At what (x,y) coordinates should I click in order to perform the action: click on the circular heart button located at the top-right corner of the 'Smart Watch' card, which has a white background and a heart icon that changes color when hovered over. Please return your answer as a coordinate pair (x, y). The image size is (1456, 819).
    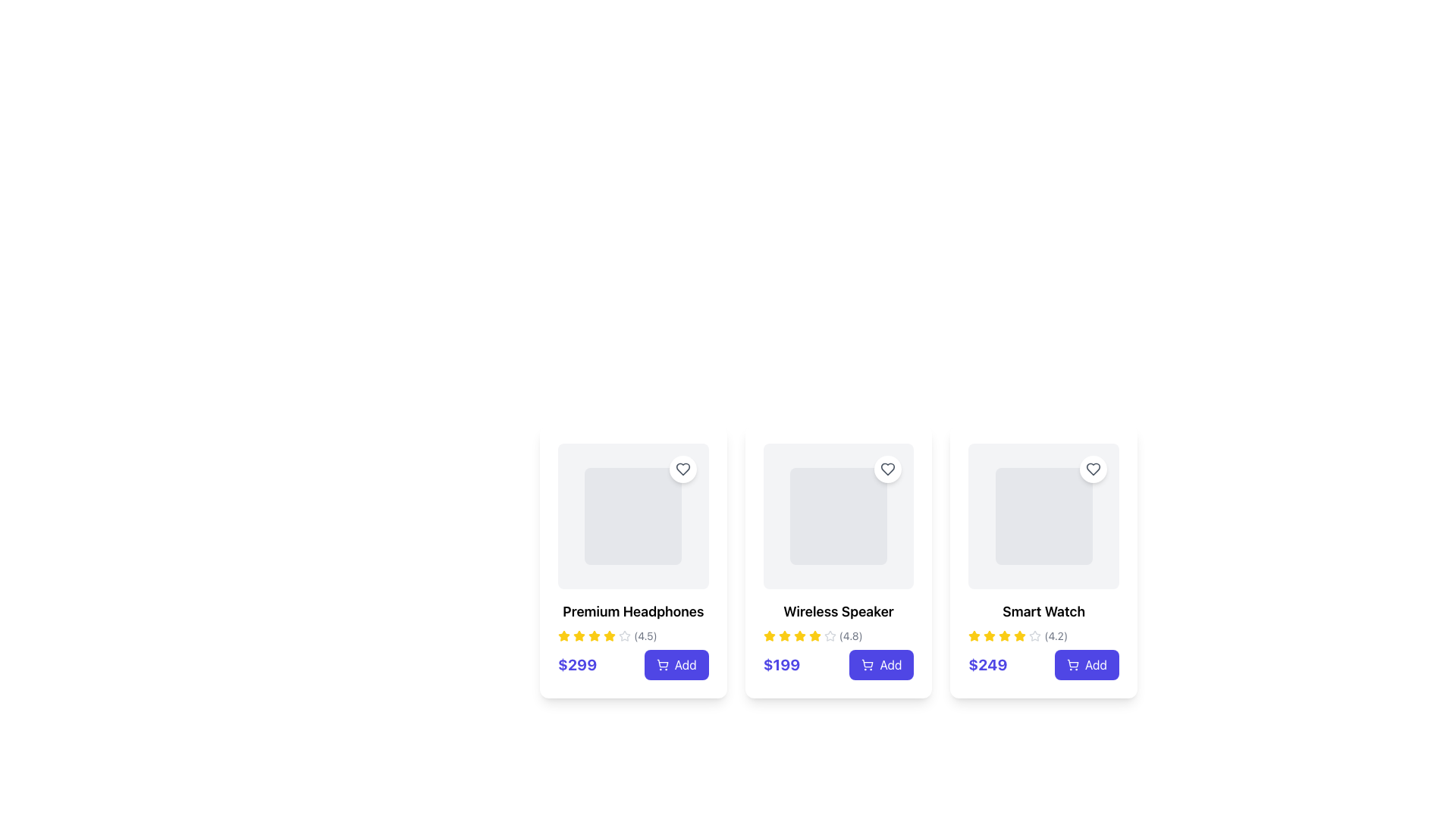
    Looking at the image, I should click on (1093, 468).